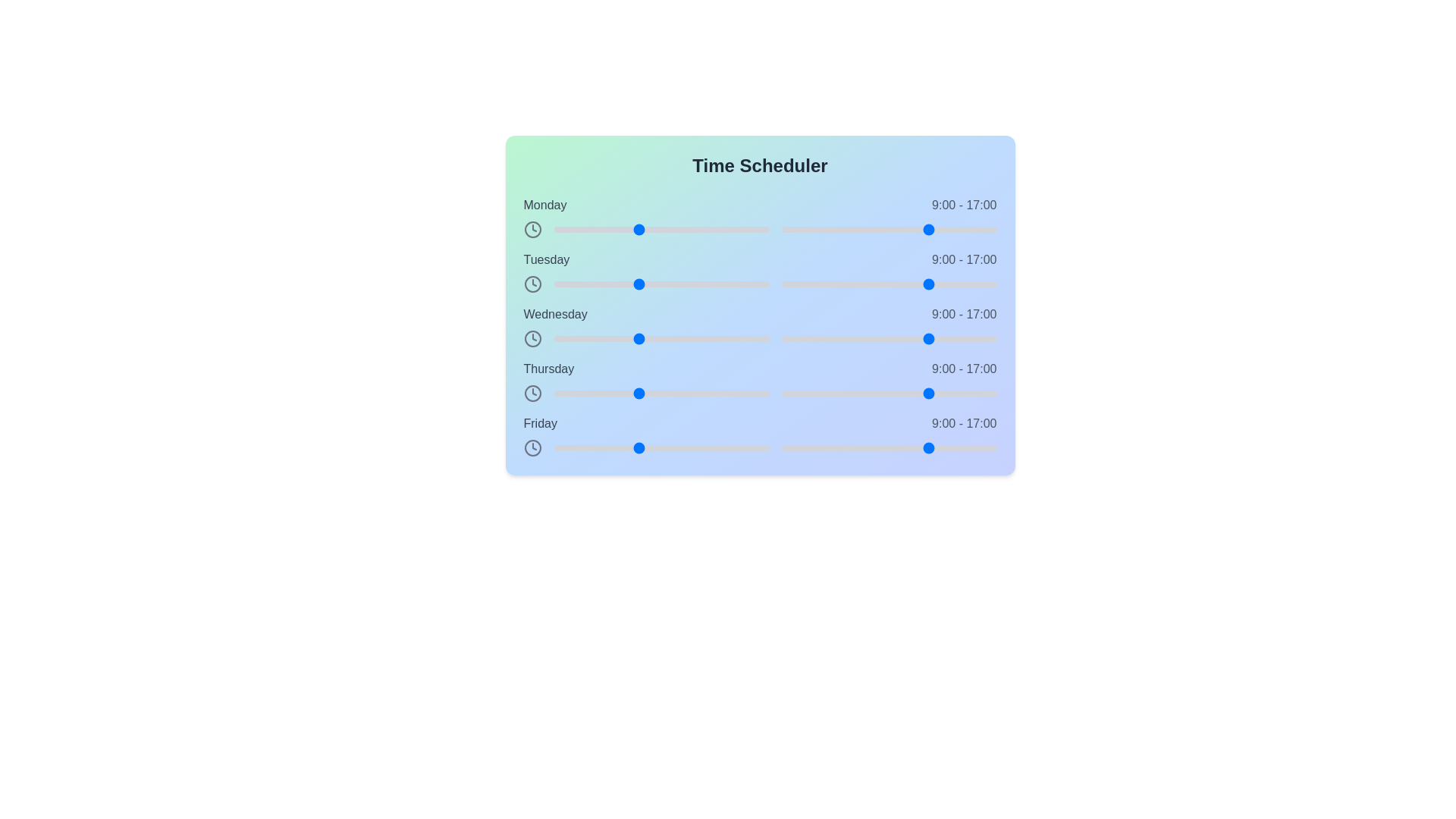  What do you see at coordinates (532, 230) in the screenshot?
I see `the clock icon next to the label for Monday` at bounding box center [532, 230].